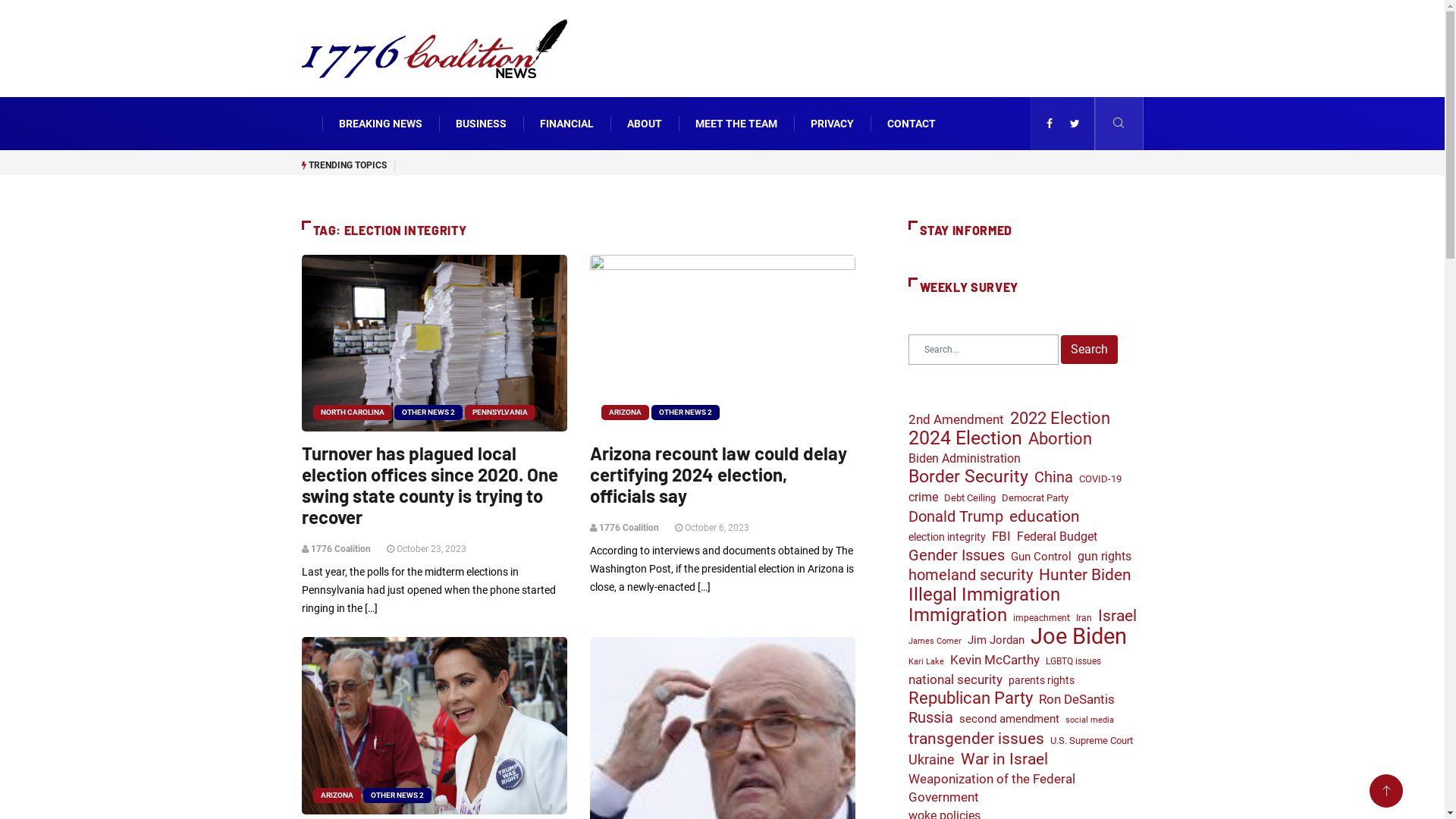 This screenshot has height=819, width=1456. What do you see at coordinates (1033, 497) in the screenshot?
I see `'Democrat Party'` at bounding box center [1033, 497].